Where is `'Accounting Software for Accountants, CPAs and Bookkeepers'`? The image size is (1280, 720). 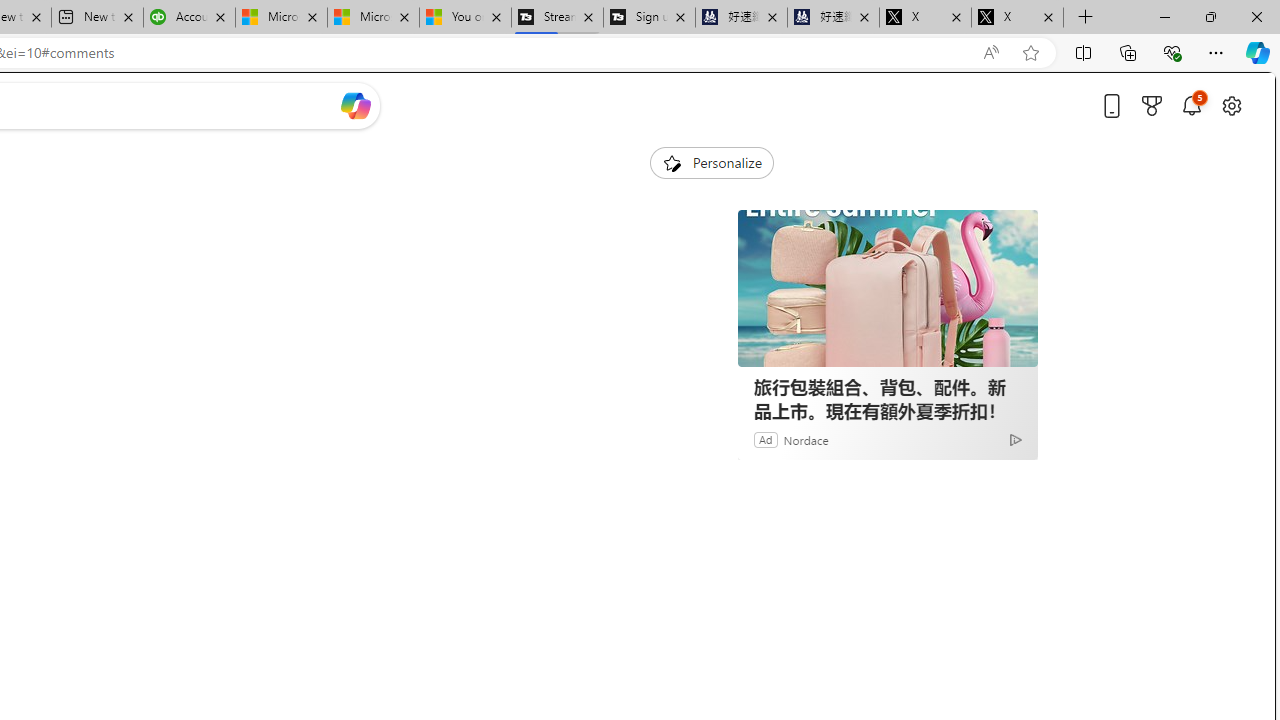
'Accounting Software for Accountants, CPAs and Bookkeepers' is located at coordinates (189, 17).